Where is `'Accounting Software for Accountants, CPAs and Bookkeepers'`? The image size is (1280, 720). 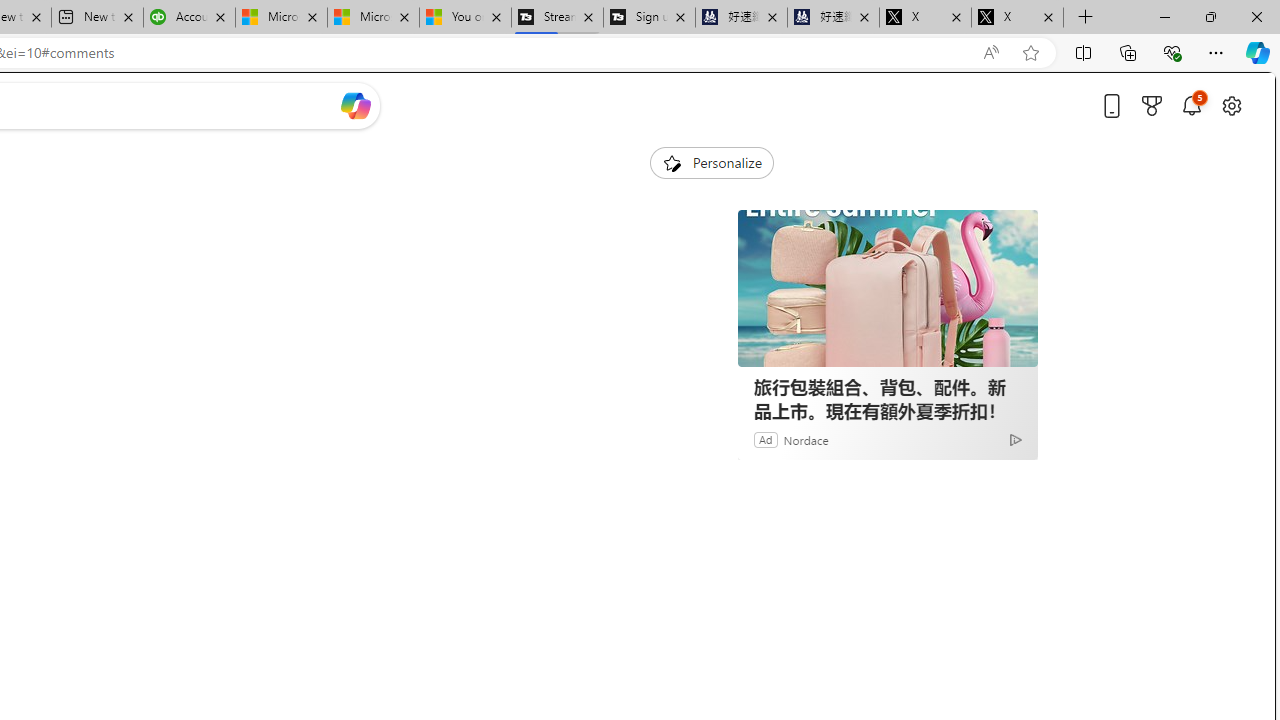
'Accounting Software for Accountants, CPAs and Bookkeepers' is located at coordinates (189, 17).